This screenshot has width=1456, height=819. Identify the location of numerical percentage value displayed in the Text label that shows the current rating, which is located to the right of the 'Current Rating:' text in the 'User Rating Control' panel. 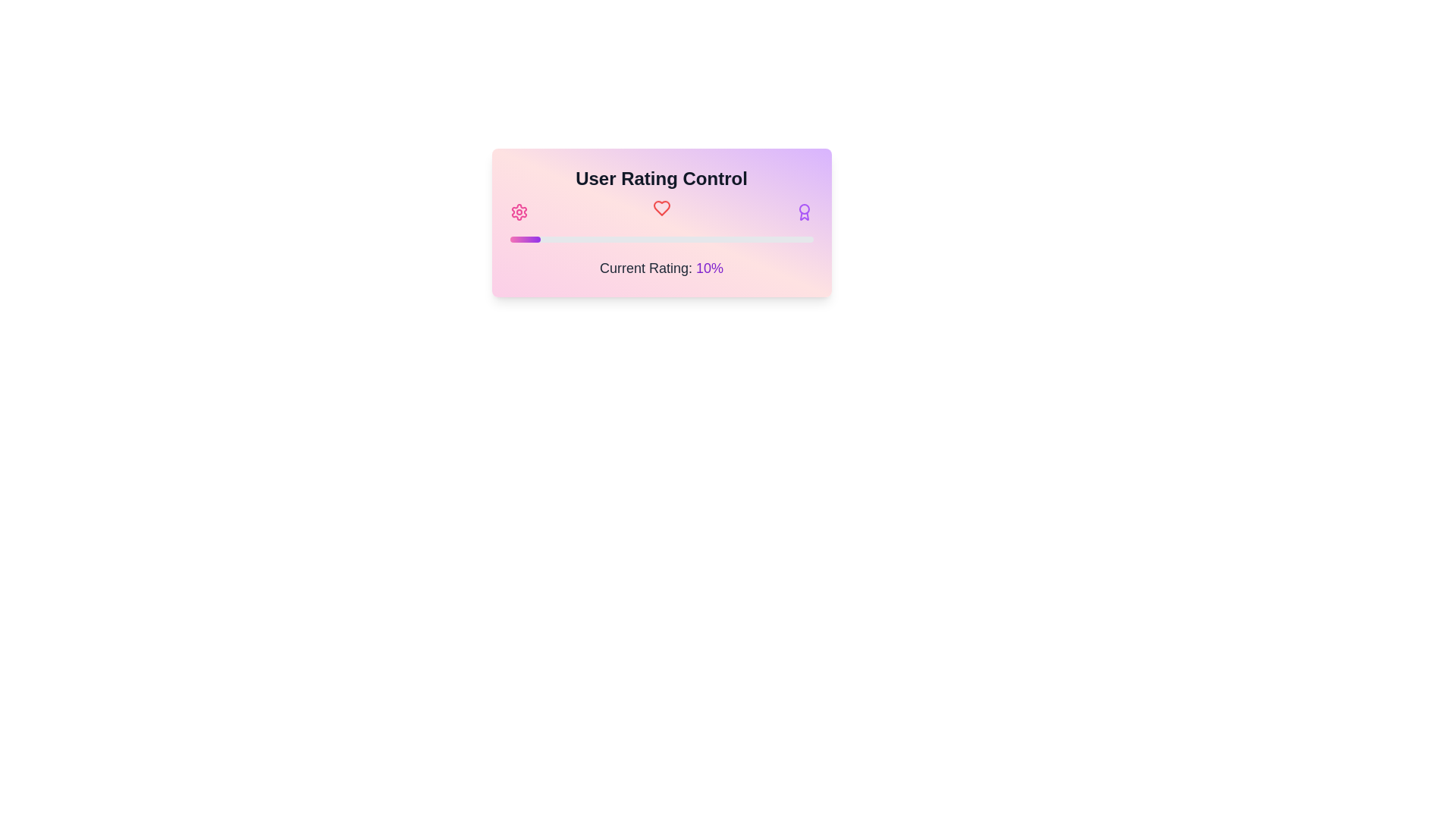
(709, 268).